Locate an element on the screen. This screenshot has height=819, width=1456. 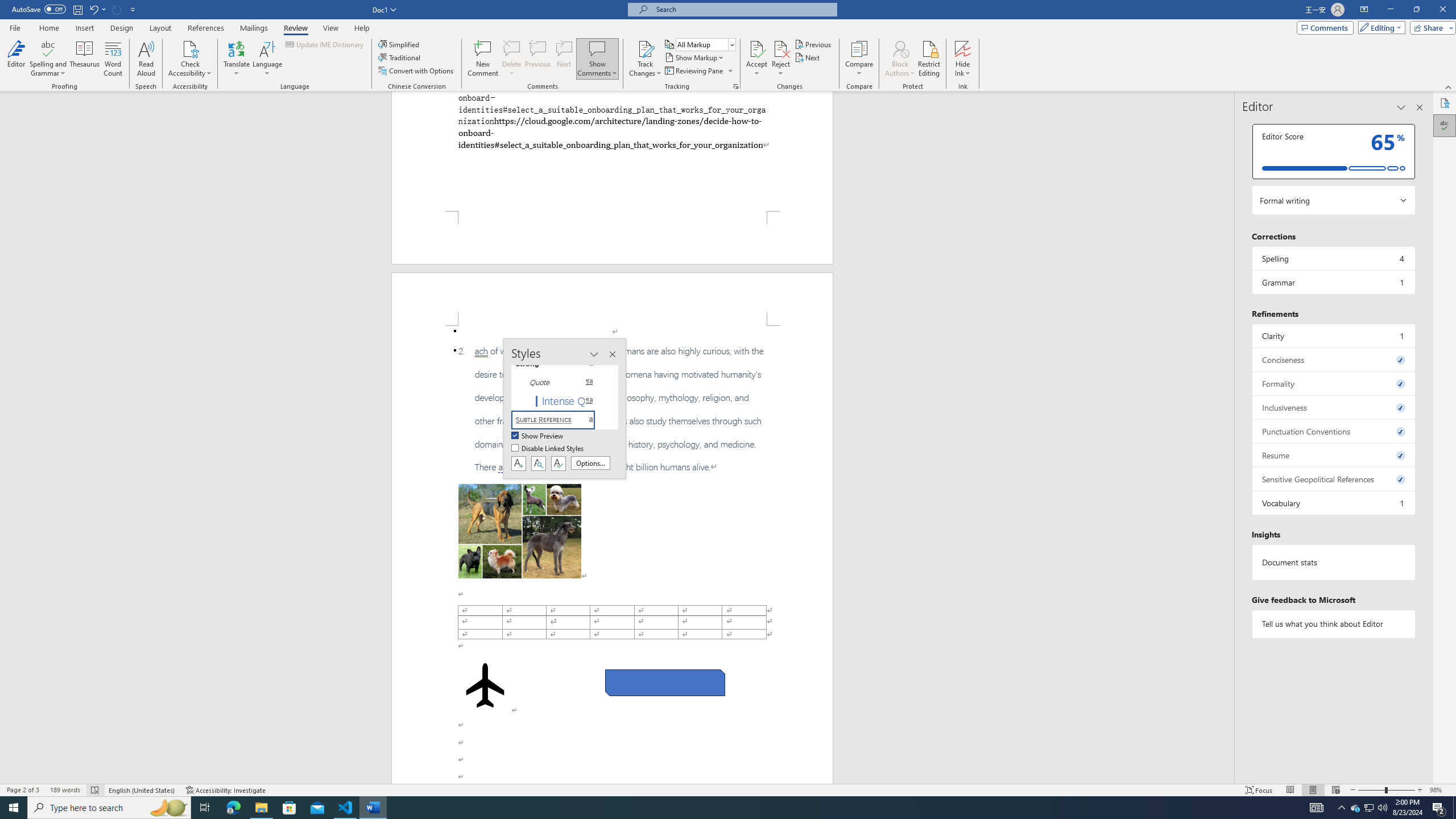
'Show Preview' is located at coordinates (537, 436).